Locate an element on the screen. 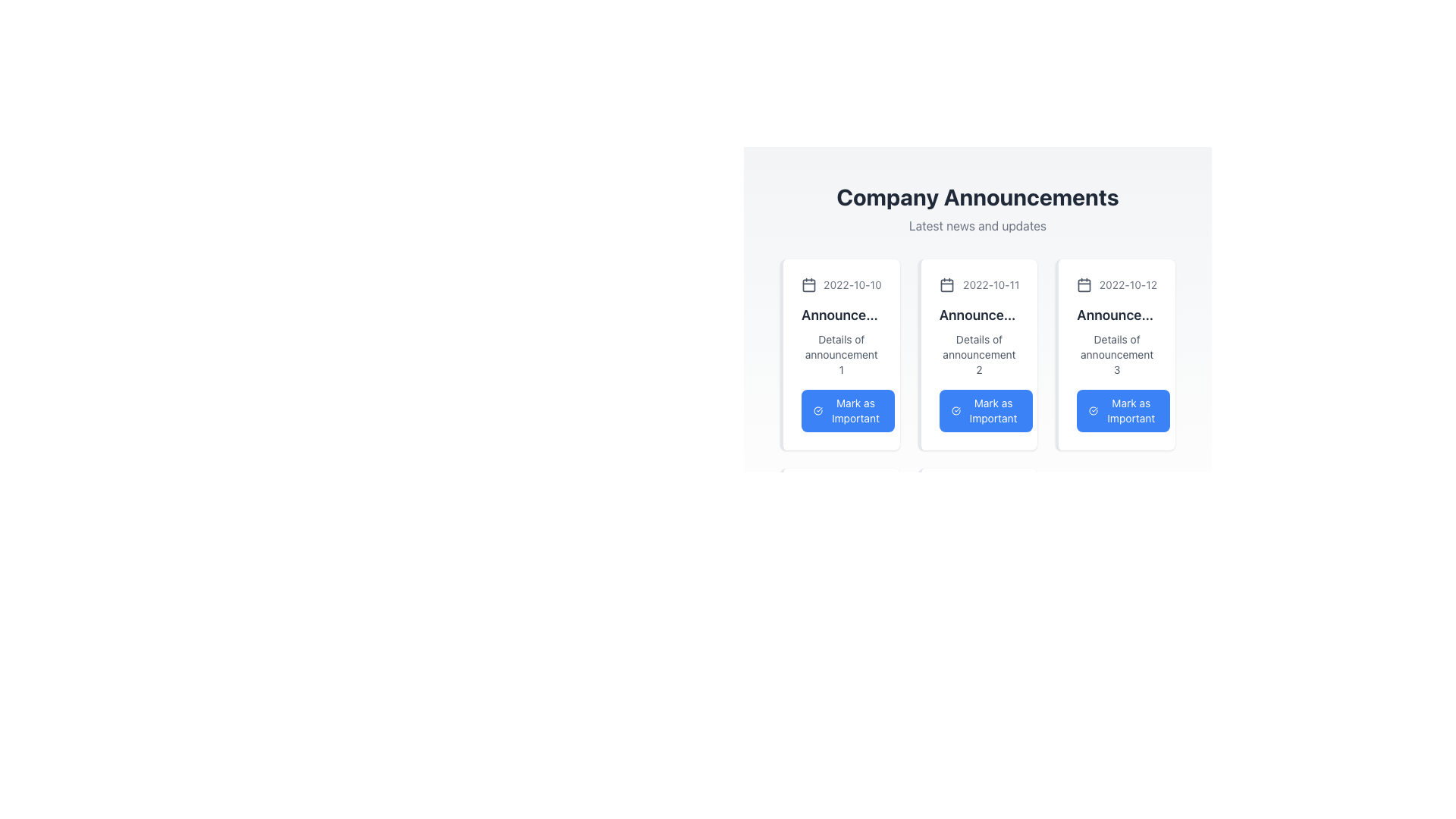 This screenshot has width=1456, height=819. the styled card component that presents an announcement, located in the first position of the grid layout is located at coordinates (839, 354).